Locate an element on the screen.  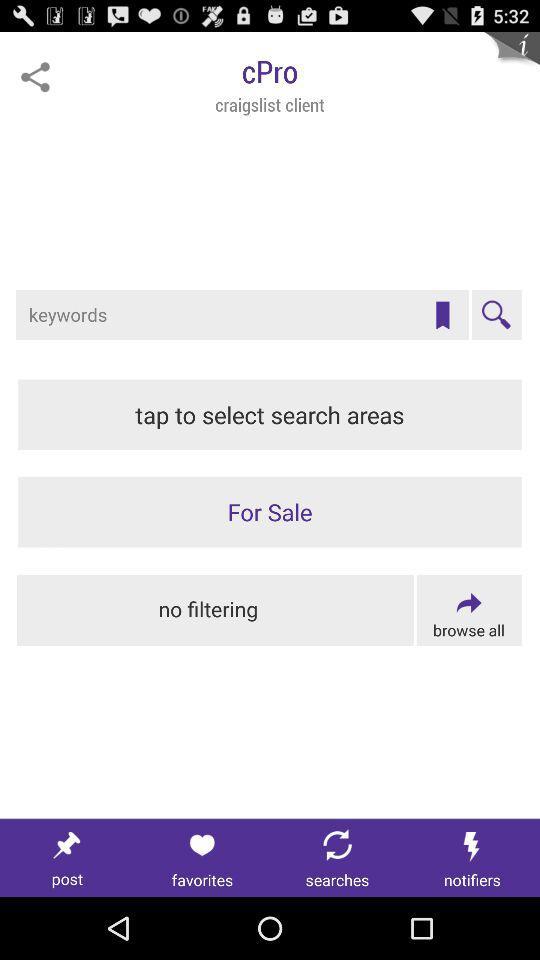
for sale listings is located at coordinates (270, 511).